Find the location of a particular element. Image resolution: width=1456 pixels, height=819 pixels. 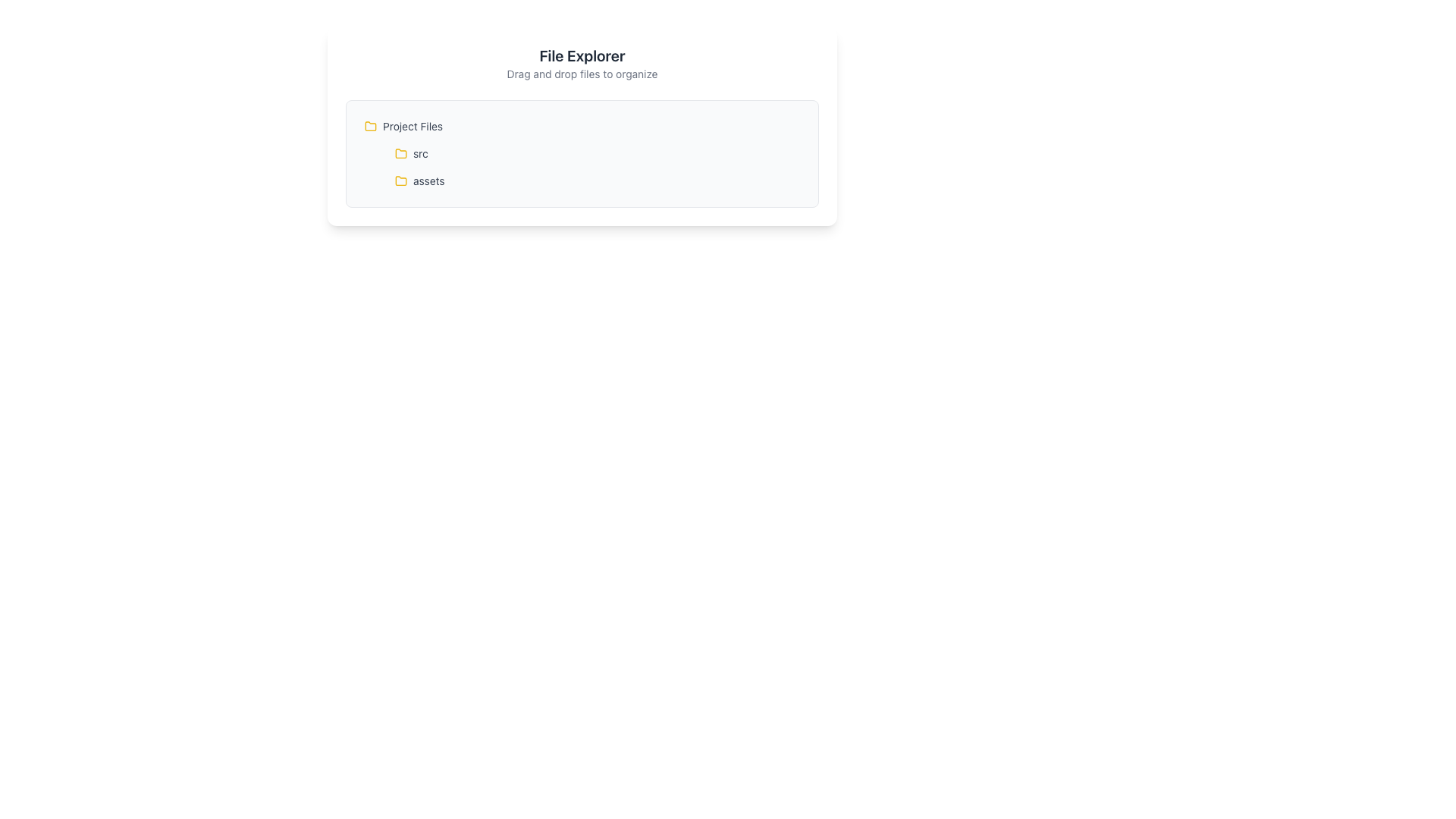

the 'plus' icon button located in the top-right corner of the 'File Explorer' card is located at coordinates (775, 125).